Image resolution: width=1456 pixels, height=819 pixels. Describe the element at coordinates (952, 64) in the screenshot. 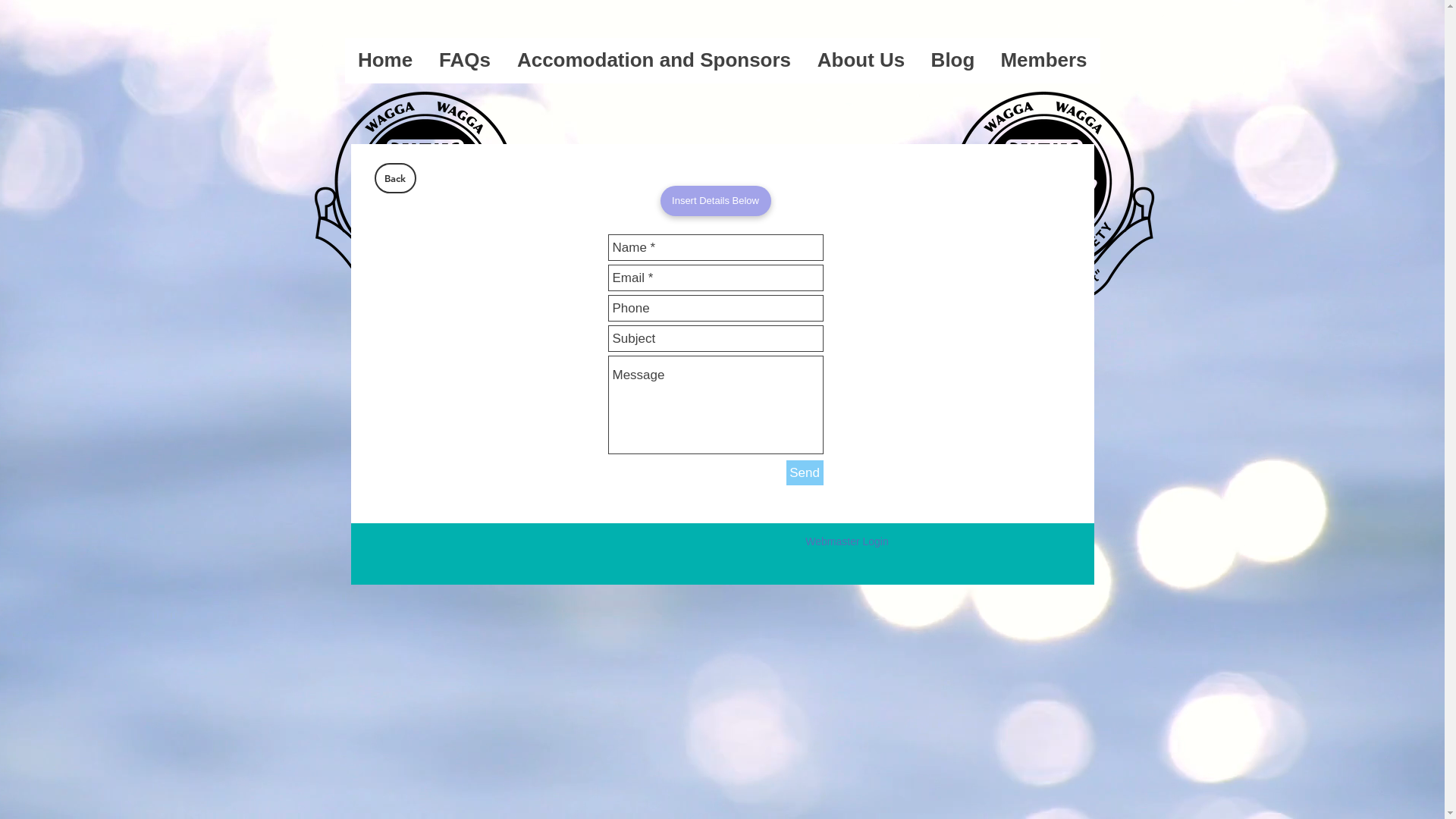

I see `'Blog'` at that location.